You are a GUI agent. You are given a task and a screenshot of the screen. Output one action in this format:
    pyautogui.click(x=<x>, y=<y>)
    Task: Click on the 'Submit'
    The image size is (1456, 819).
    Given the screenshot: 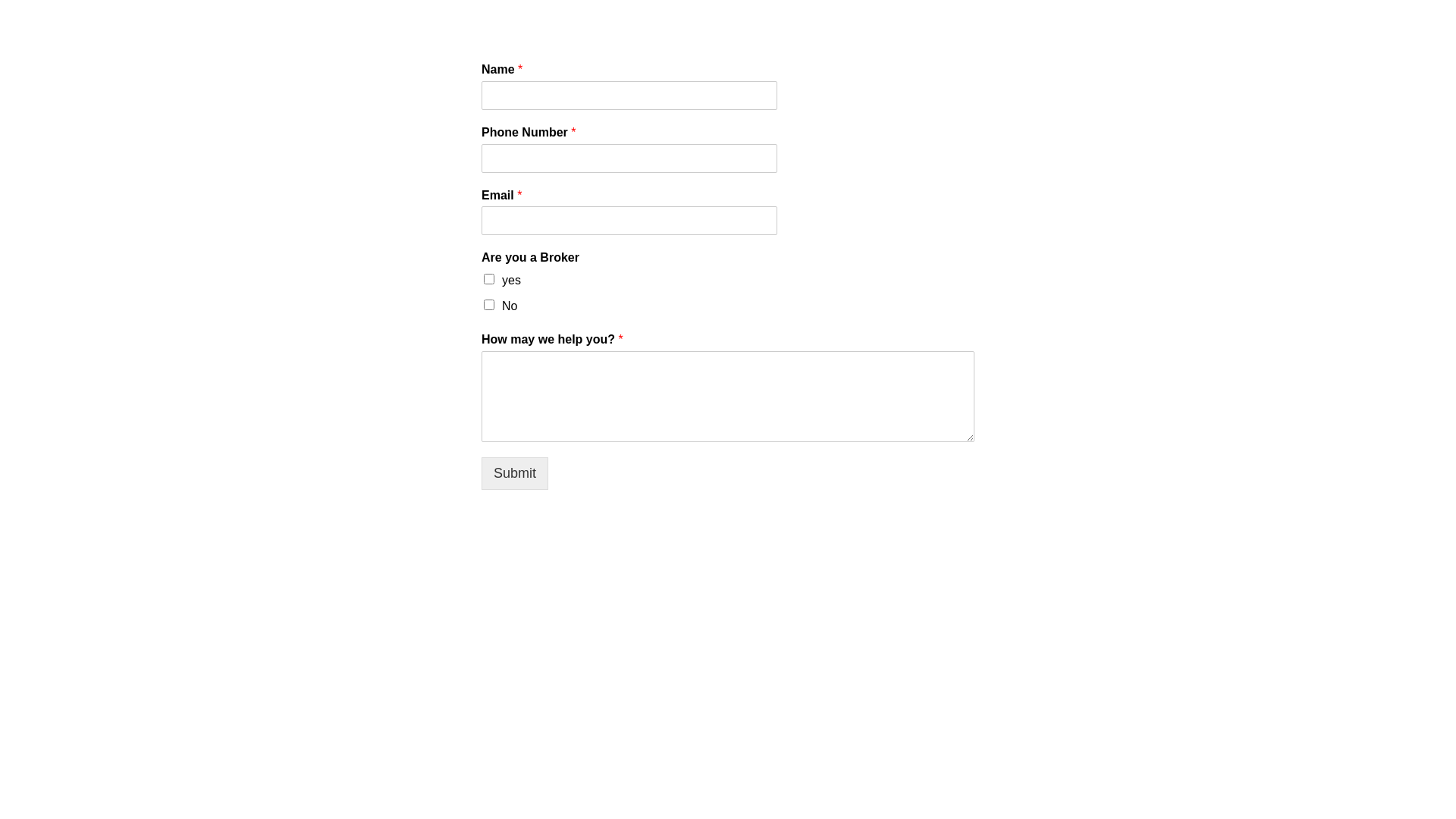 What is the action you would take?
    pyautogui.click(x=514, y=472)
    